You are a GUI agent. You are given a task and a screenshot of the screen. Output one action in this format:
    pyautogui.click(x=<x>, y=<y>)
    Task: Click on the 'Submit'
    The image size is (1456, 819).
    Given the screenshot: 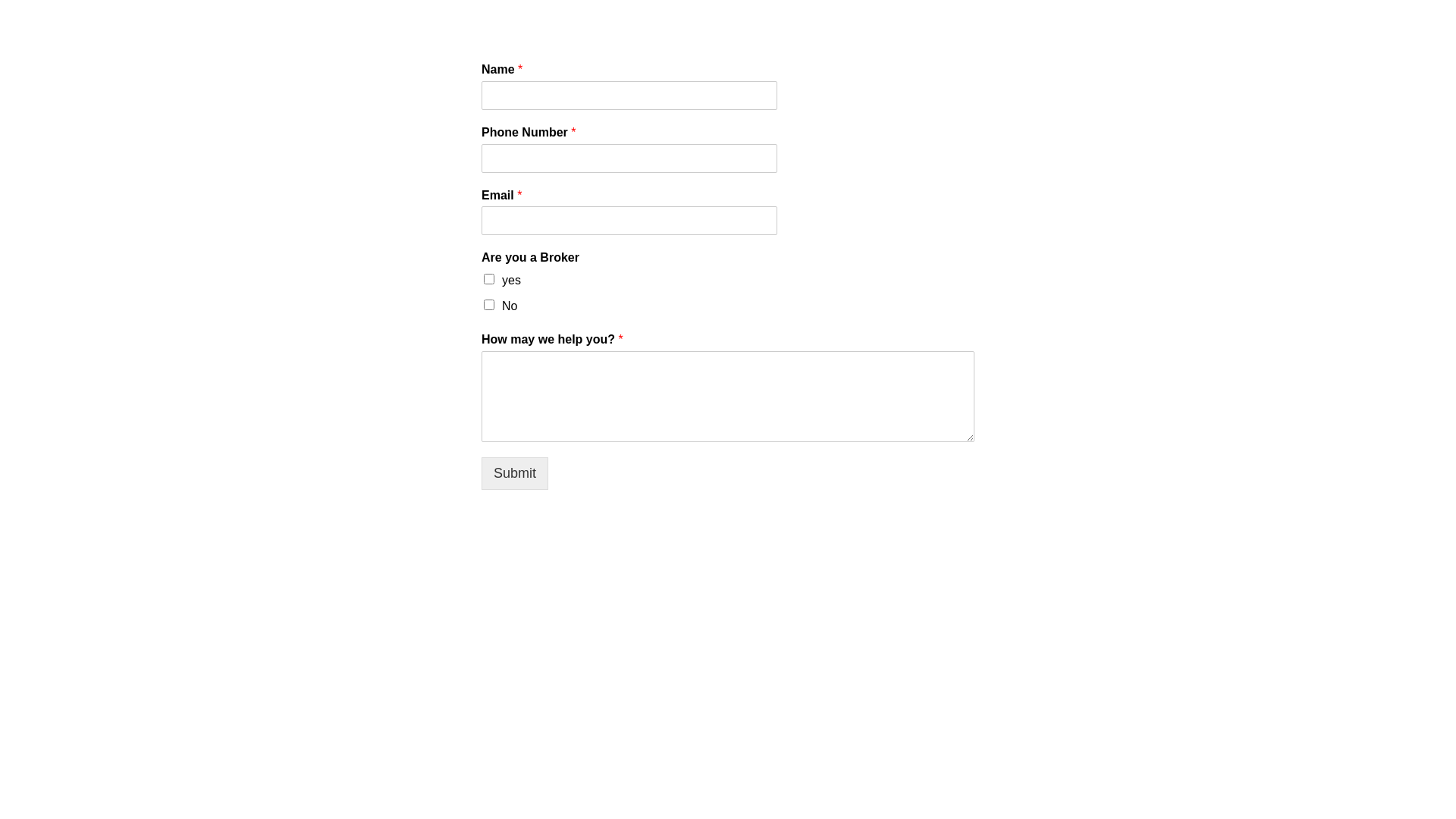 What is the action you would take?
    pyautogui.click(x=514, y=472)
    